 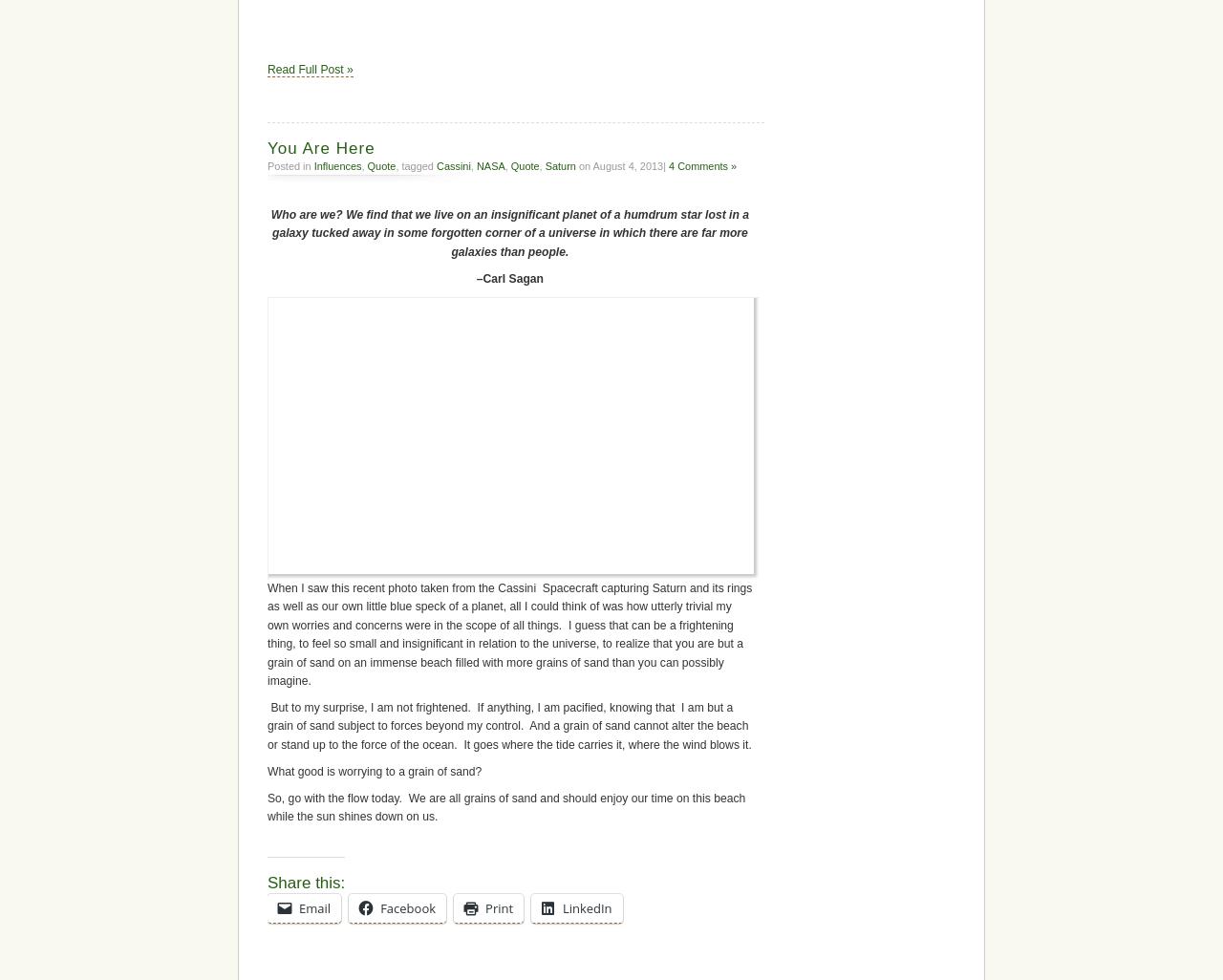 I want to click on 'Share this:', so click(x=267, y=883).